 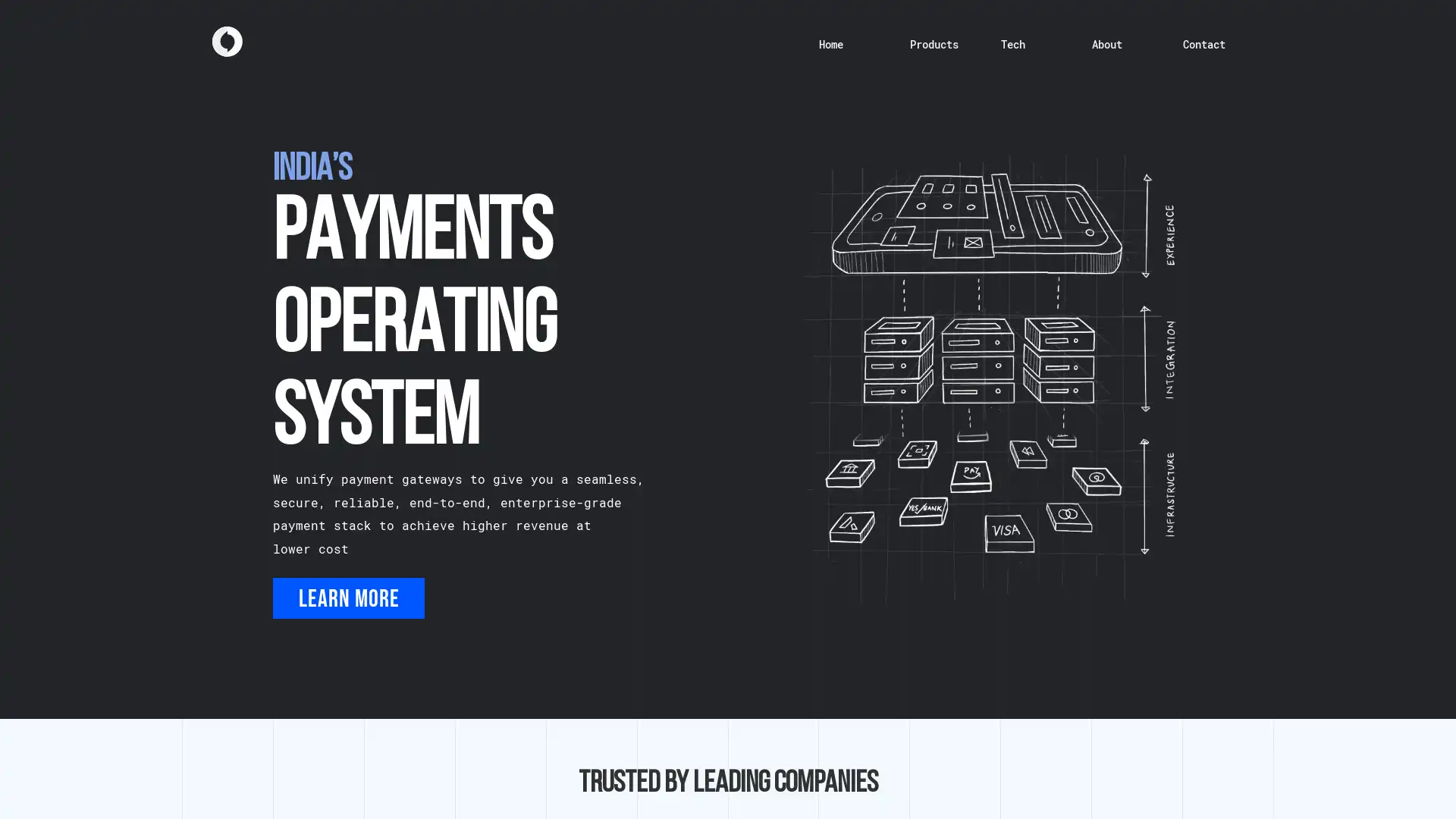 I want to click on LEARN MORE, so click(x=348, y=598).